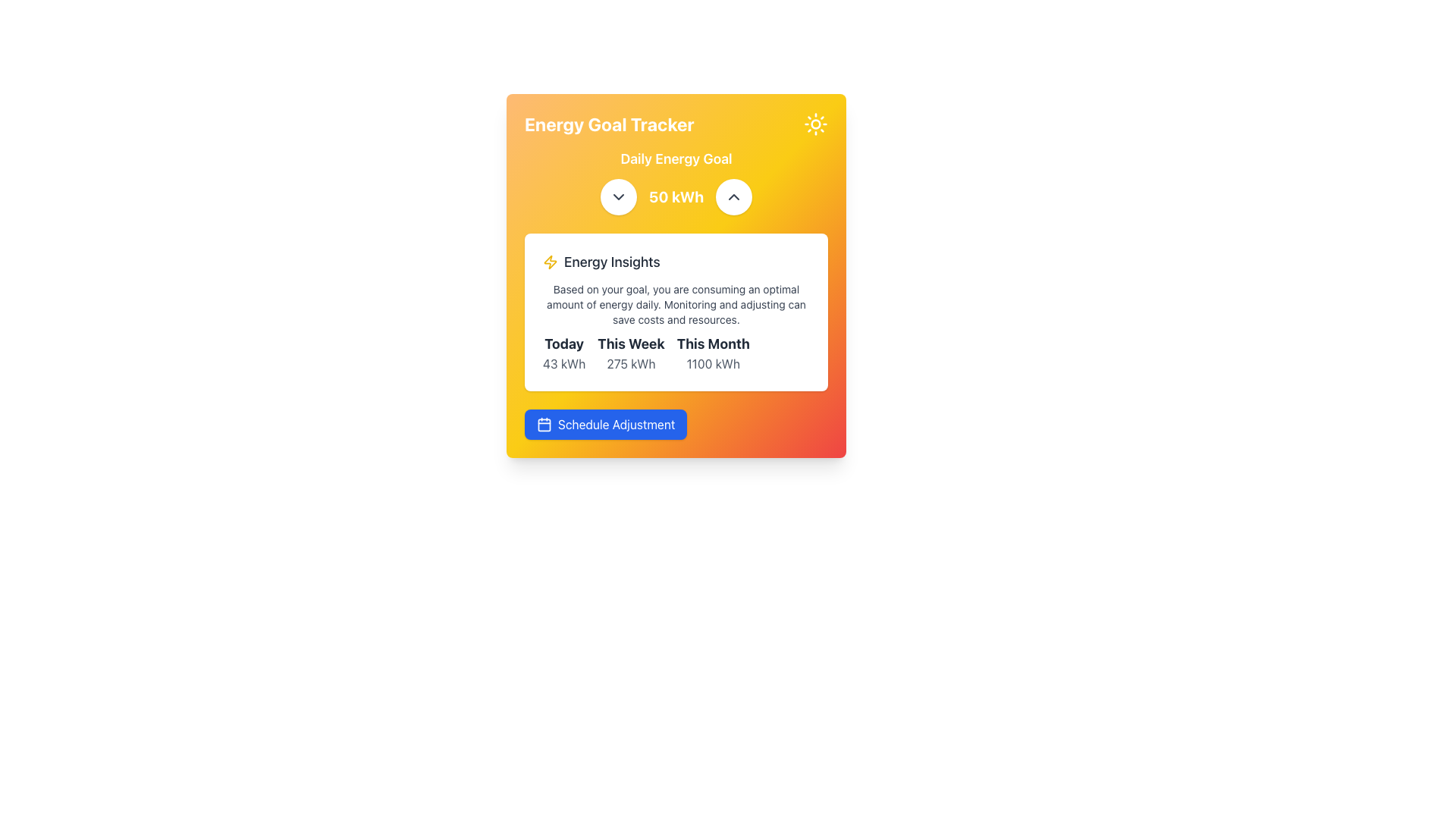  Describe the element at coordinates (676, 424) in the screenshot. I see `the button with a blue background and white text reading 'Schedule Adjustment', which is located at the bottom of the 'Energy Goal Tracker' card` at that location.